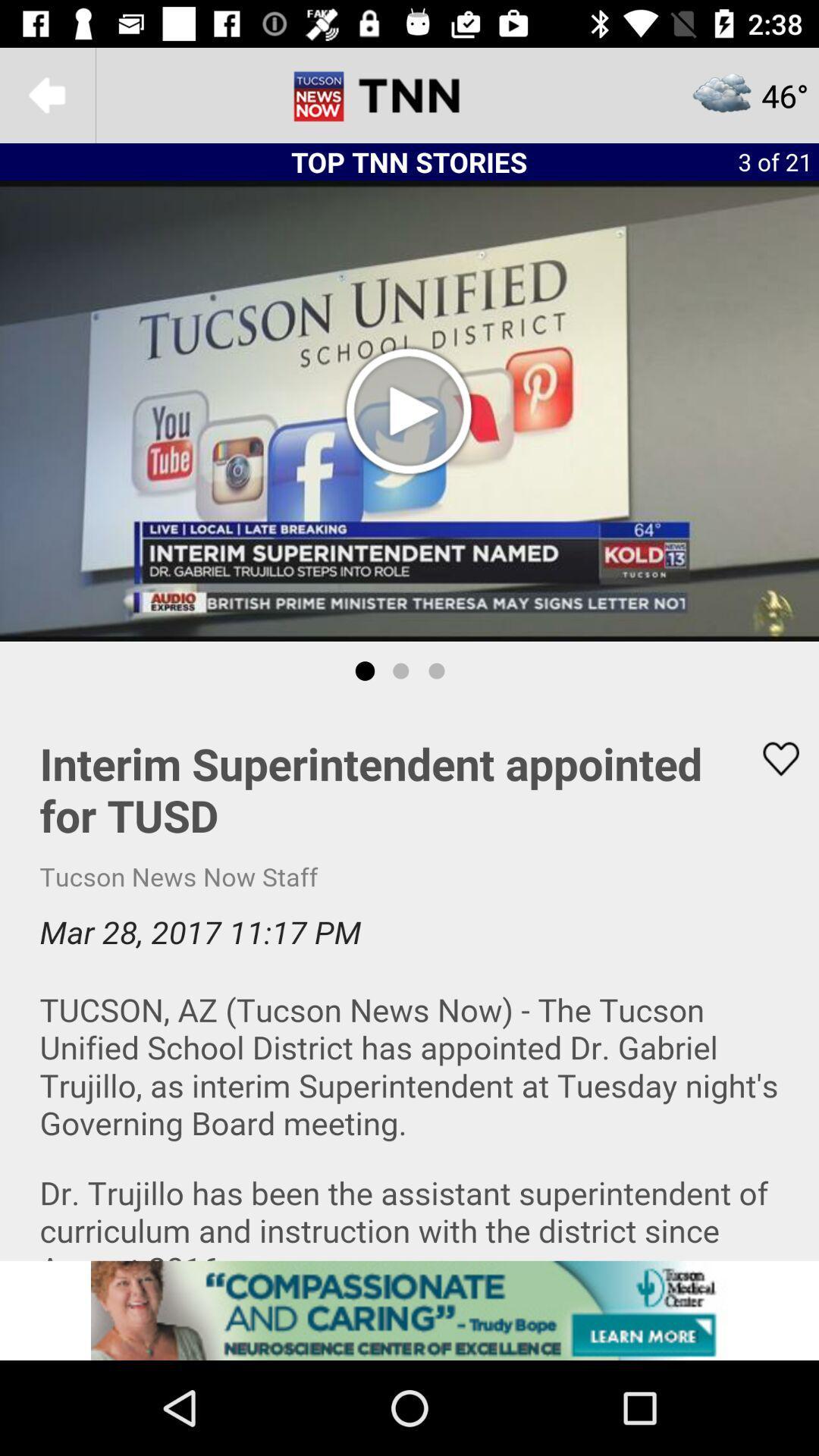 This screenshot has width=819, height=1456. Describe the element at coordinates (771, 758) in the screenshot. I see `like button` at that location.